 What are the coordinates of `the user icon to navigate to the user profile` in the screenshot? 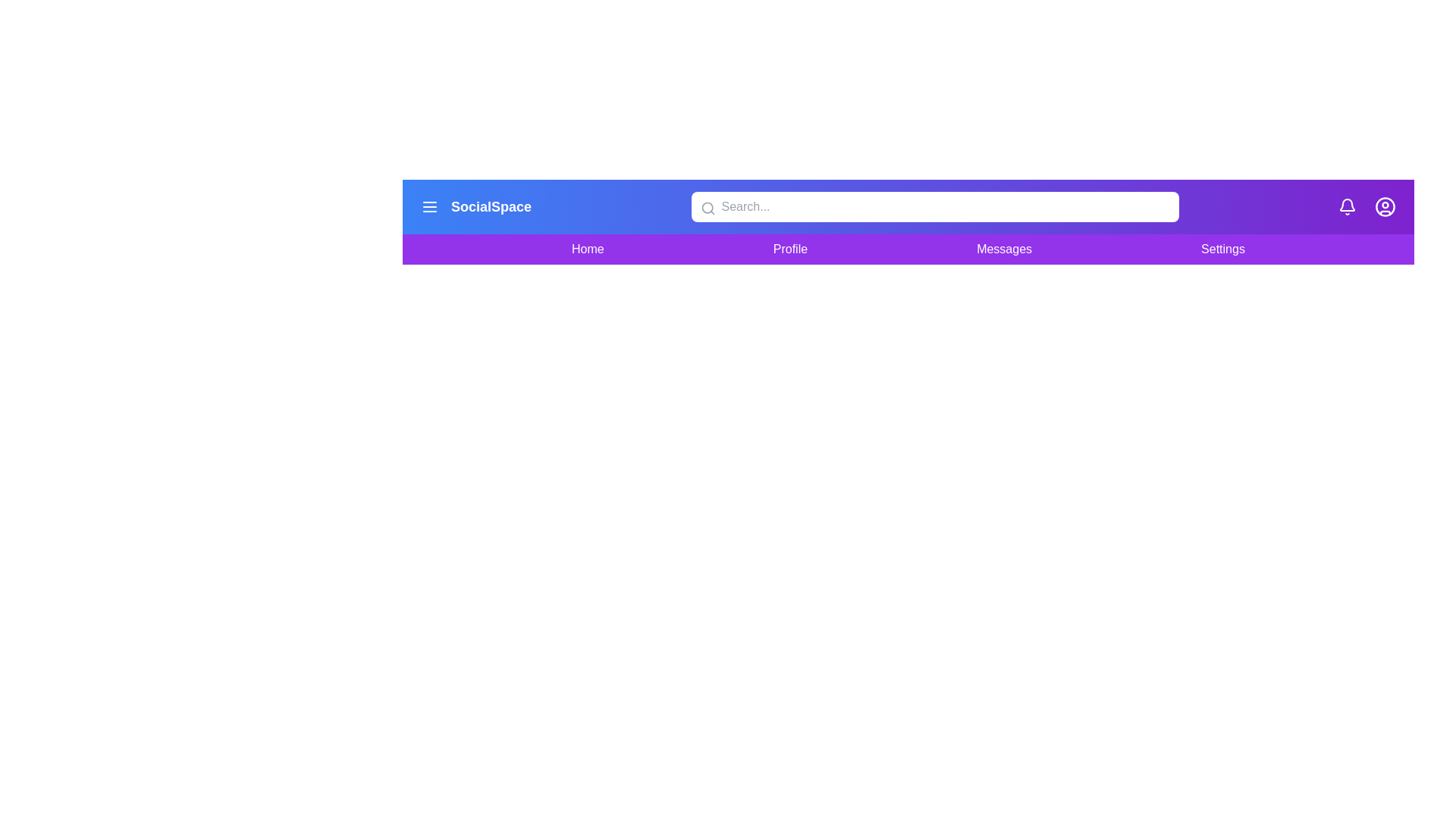 It's located at (1385, 207).